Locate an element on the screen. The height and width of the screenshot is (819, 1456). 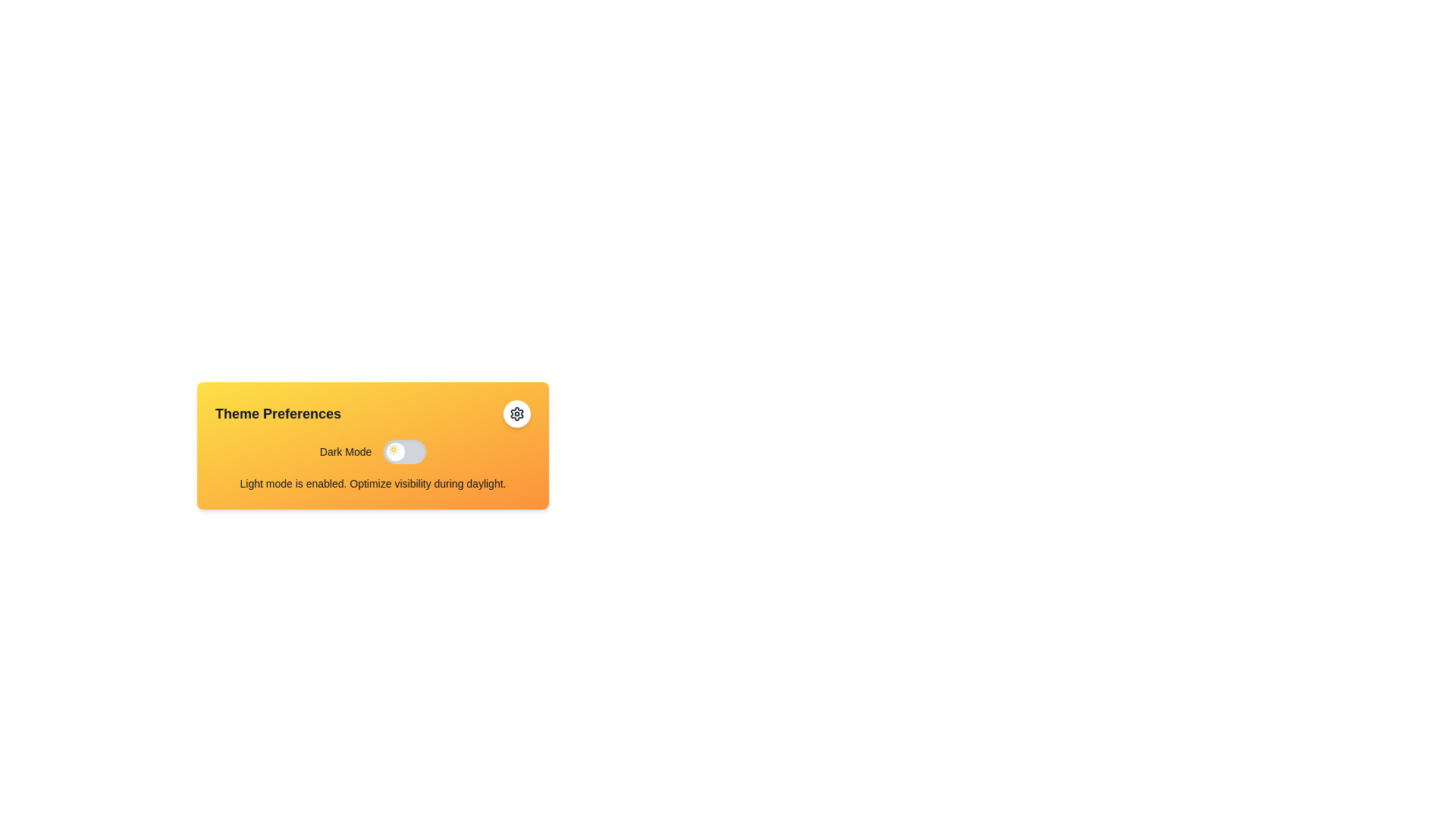
the label indicating the purpose of the toggle action in the 'Theme Preferences' section, located to the left of the toggle switch is located at coordinates (345, 451).